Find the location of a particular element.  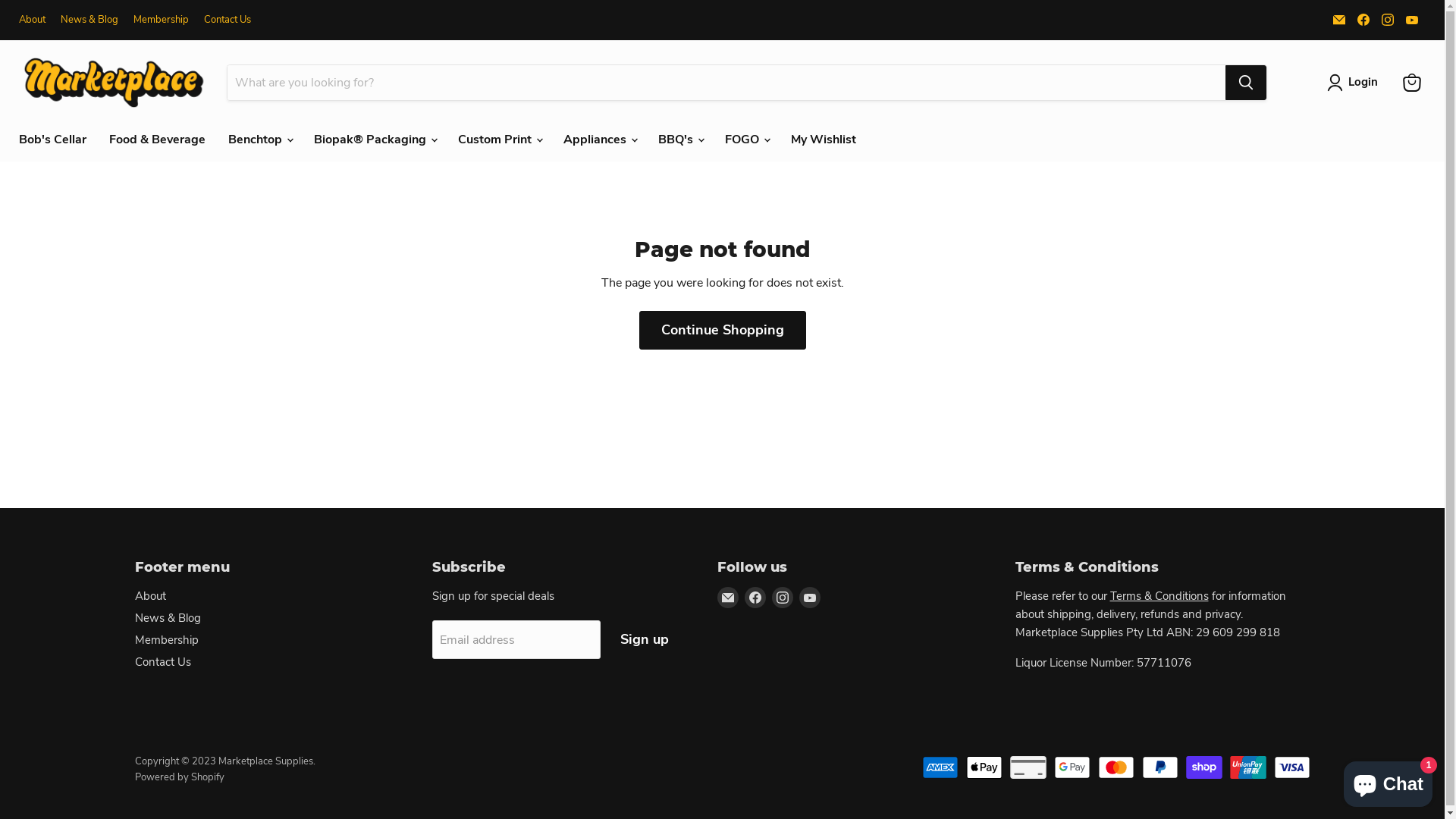

'Login' is located at coordinates (1355, 82).